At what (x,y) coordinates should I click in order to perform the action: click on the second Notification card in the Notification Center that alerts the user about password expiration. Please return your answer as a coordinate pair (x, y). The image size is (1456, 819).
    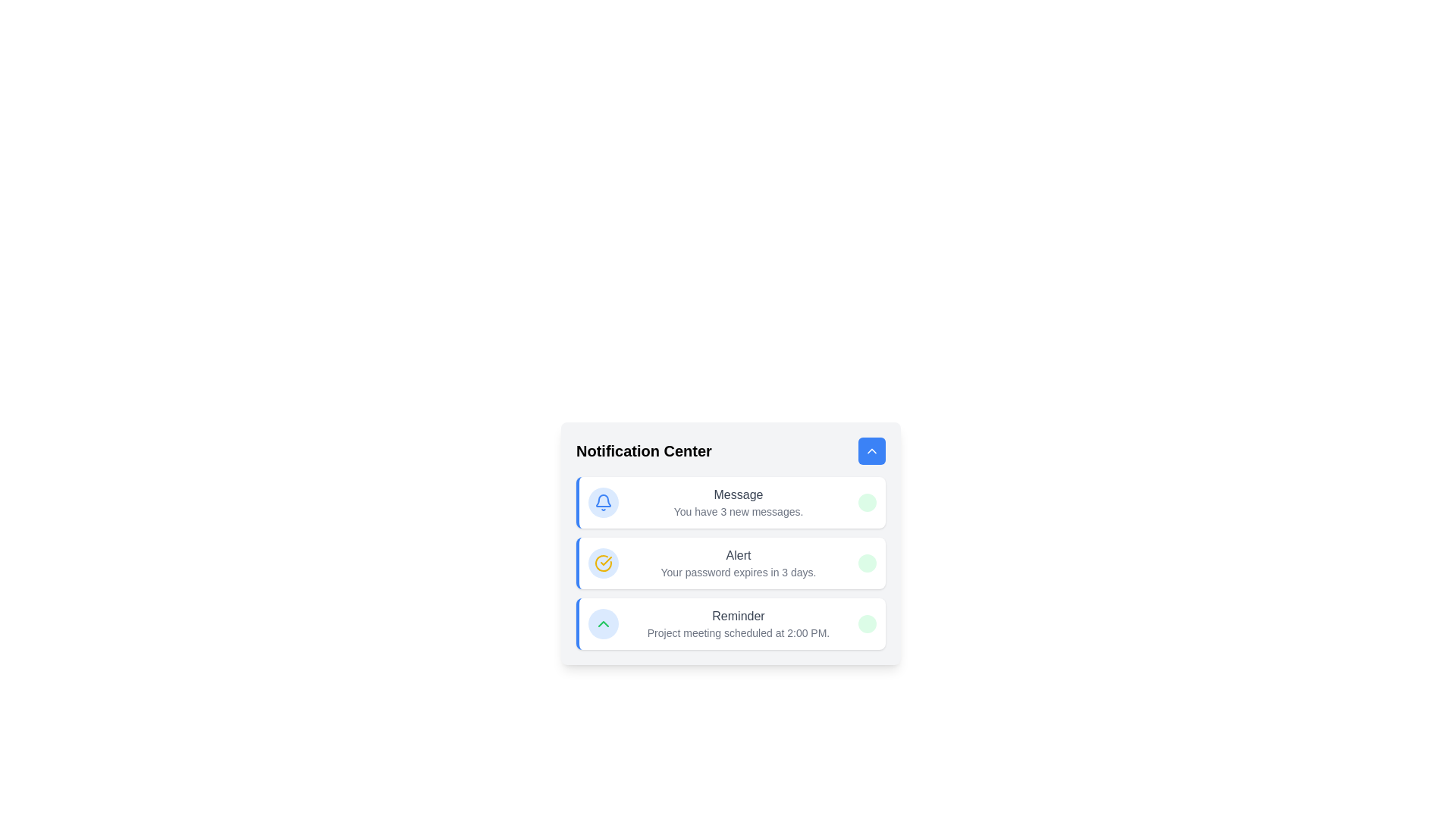
    Looking at the image, I should click on (731, 563).